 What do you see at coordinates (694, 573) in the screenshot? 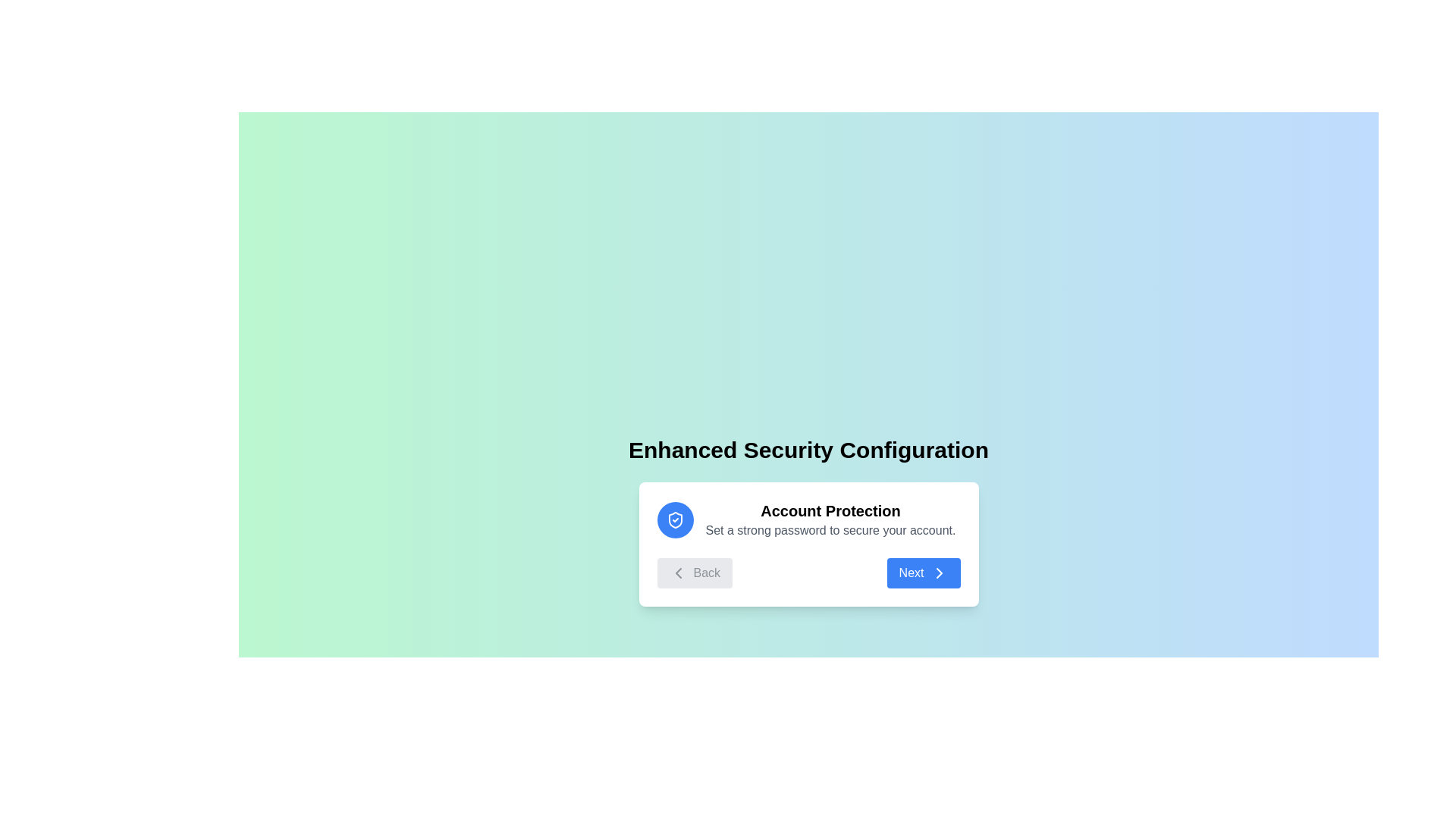
I see `'Back' button to navigate to the previous step` at bounding box center [694, 573].